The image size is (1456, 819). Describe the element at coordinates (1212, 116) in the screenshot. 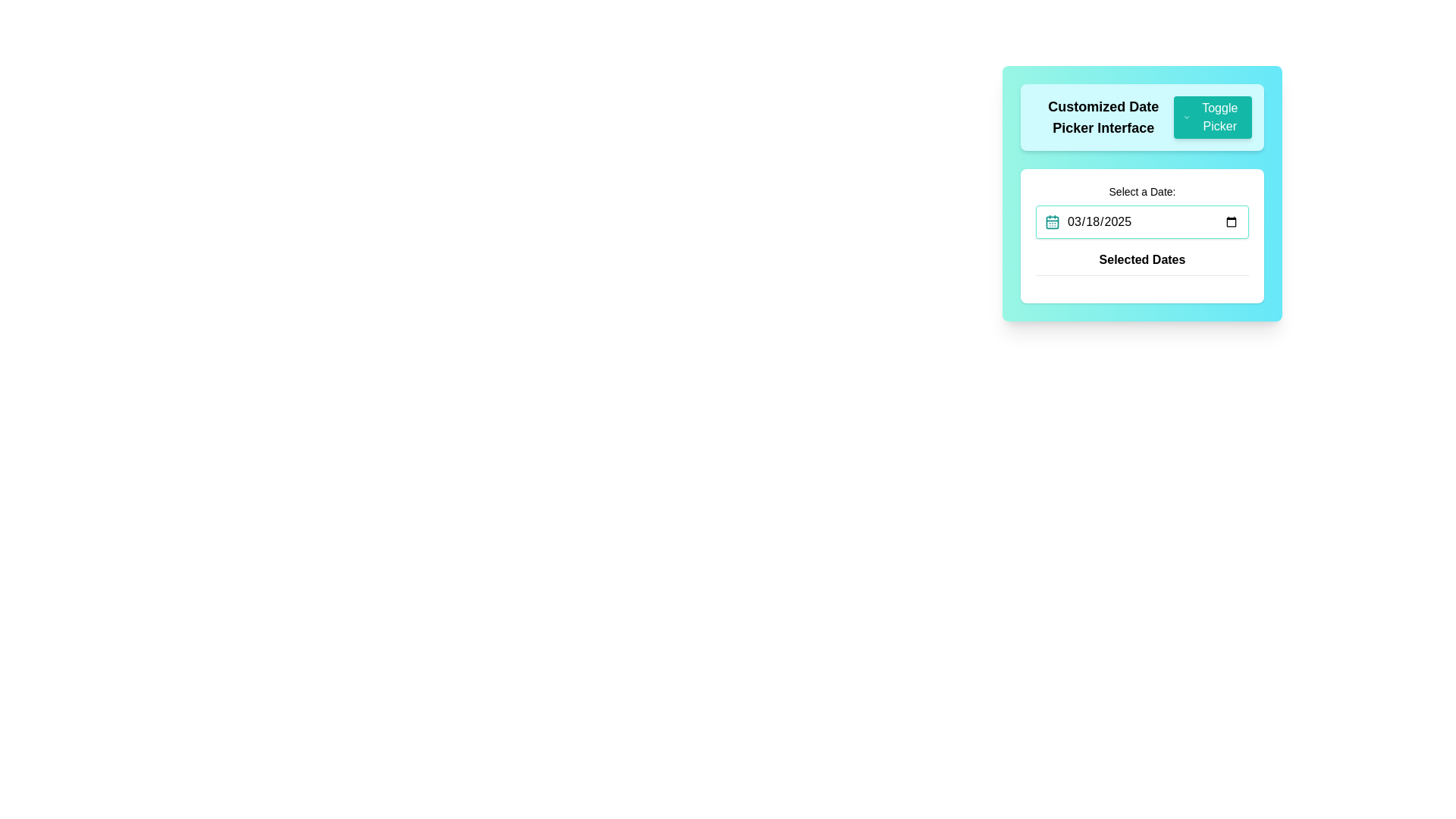

I see `the 'Toggle Picker' button located` at that location.